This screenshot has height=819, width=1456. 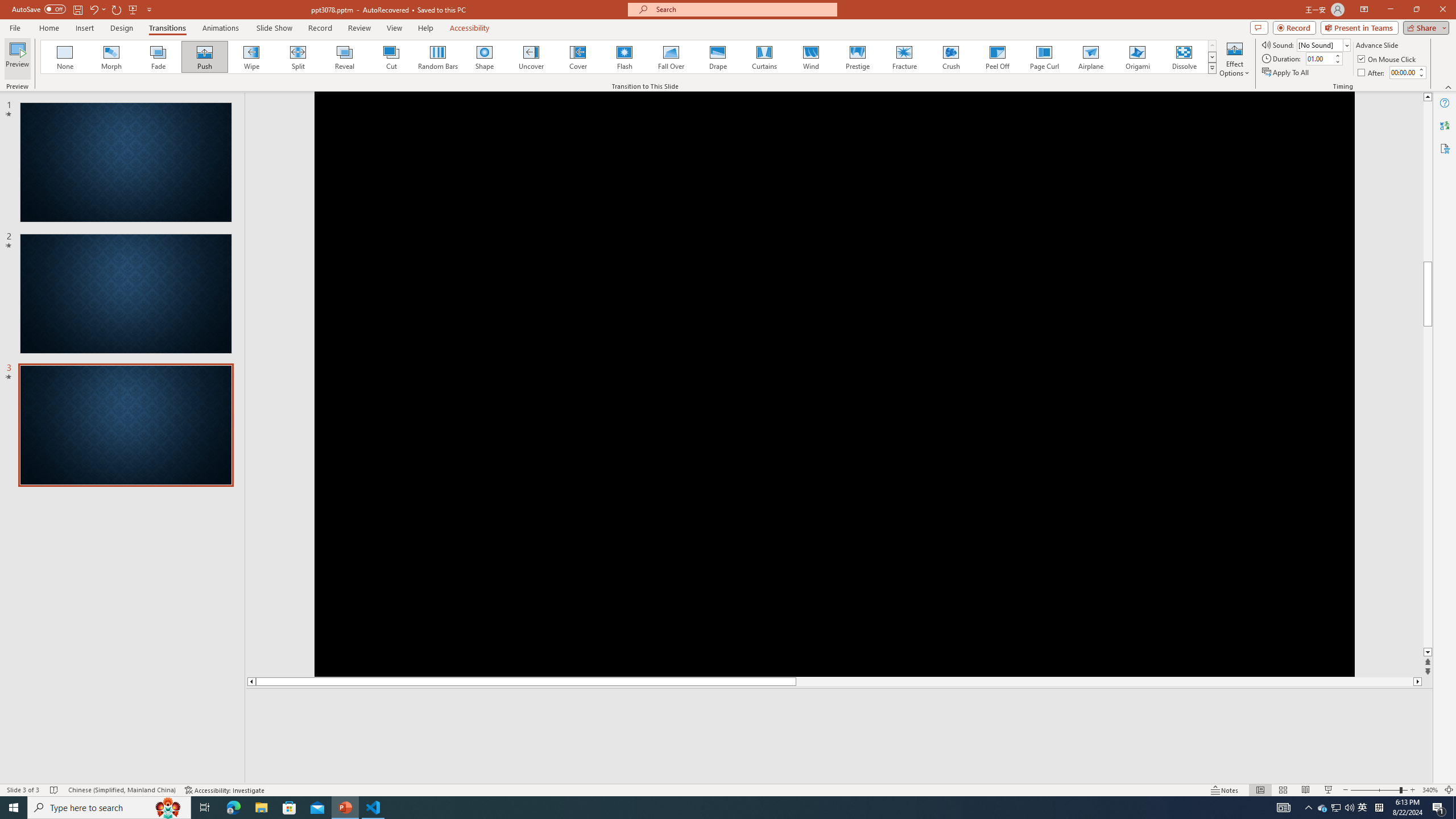 What do you see at coordinates (438, 56) in the screenshot?
I see `'Random Bars'` at bounding box center [438, 56].